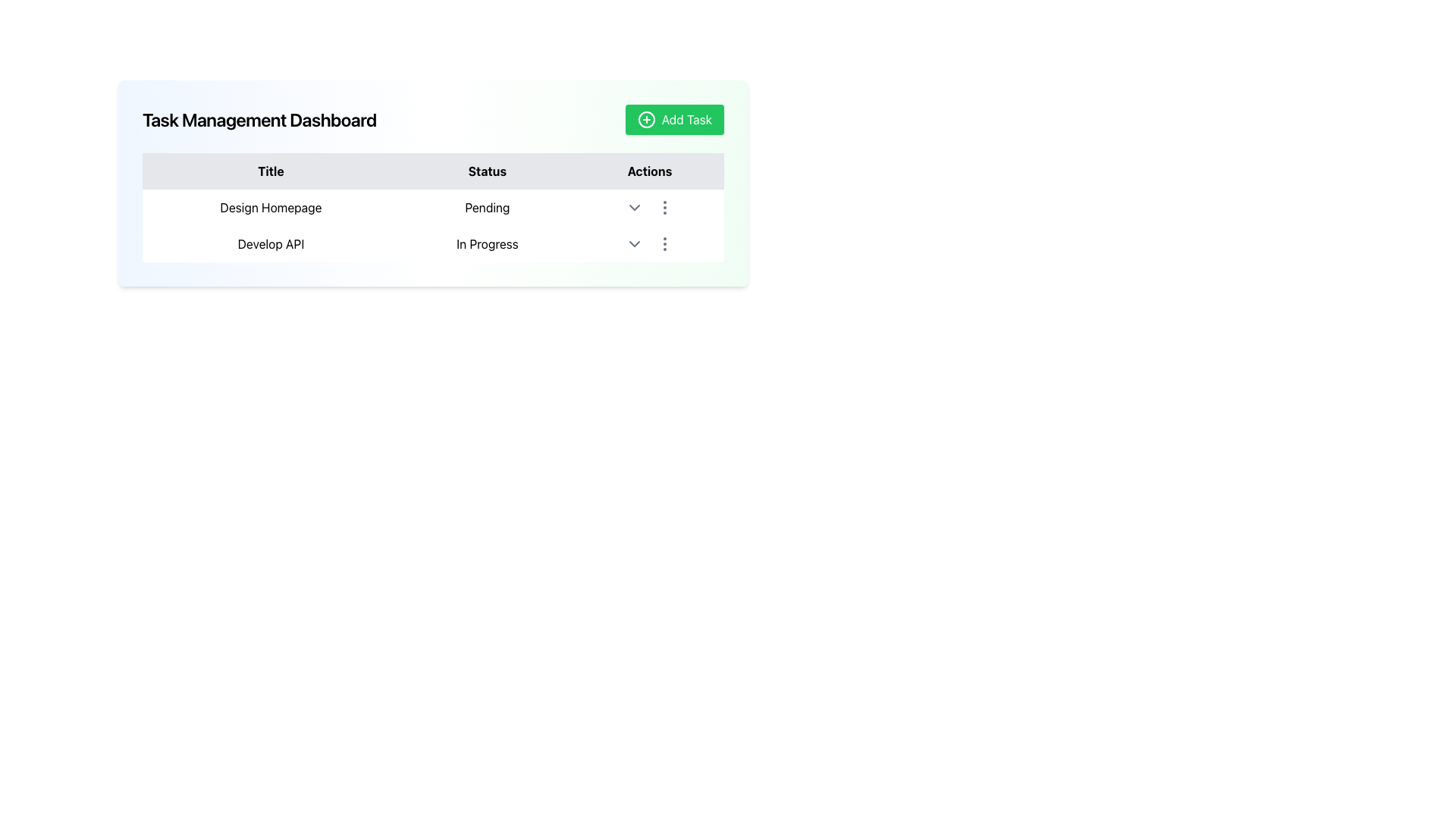 The height and width of the screenshot is (819, 1456). Describe the element at coordinates (664, 243) in the screenshot. I see `the contextual menu button in the Actions column of the second row` at that location.